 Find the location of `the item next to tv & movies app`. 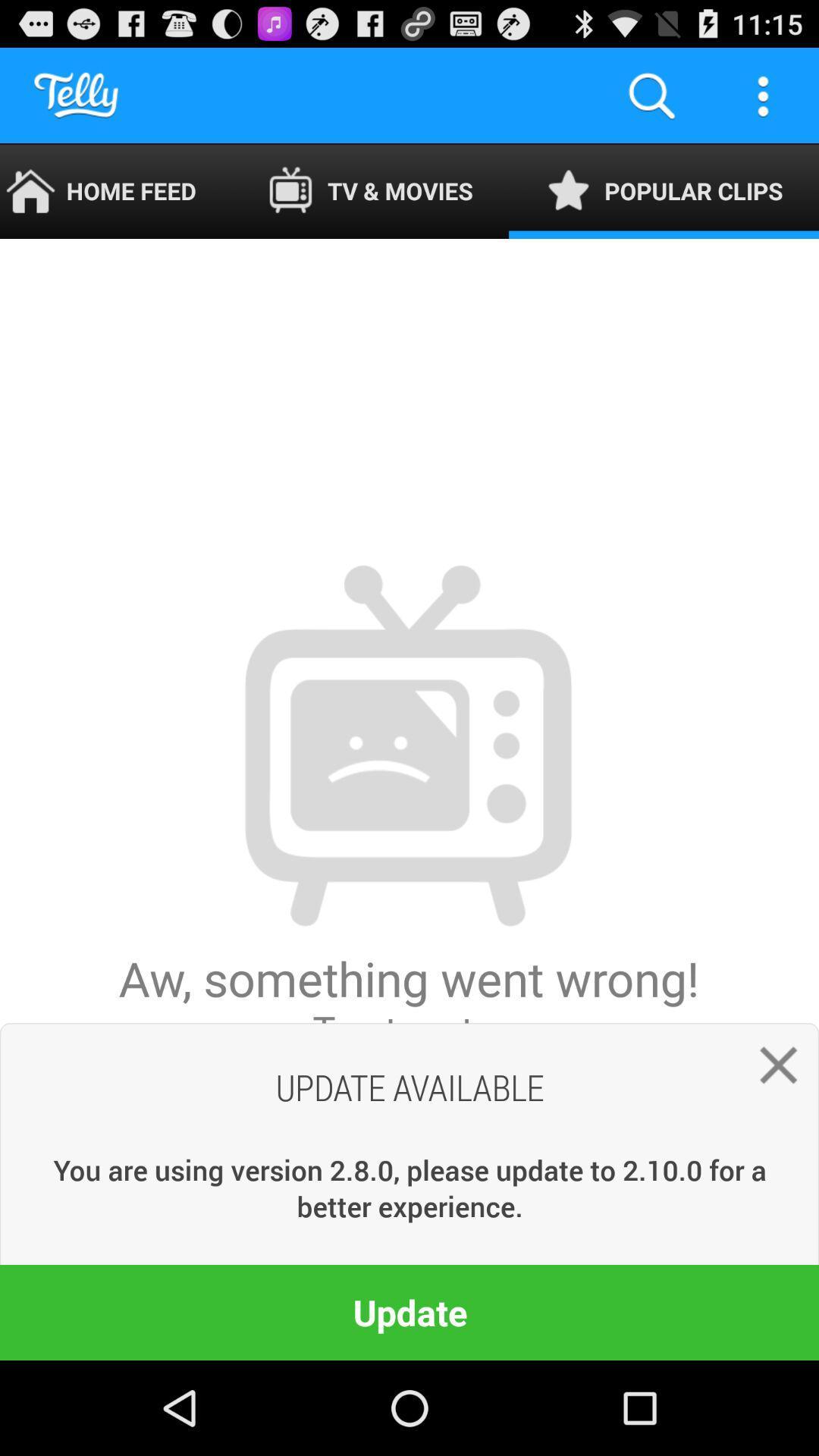

the item next to tv & movies app is located at coordinates (115, 190).